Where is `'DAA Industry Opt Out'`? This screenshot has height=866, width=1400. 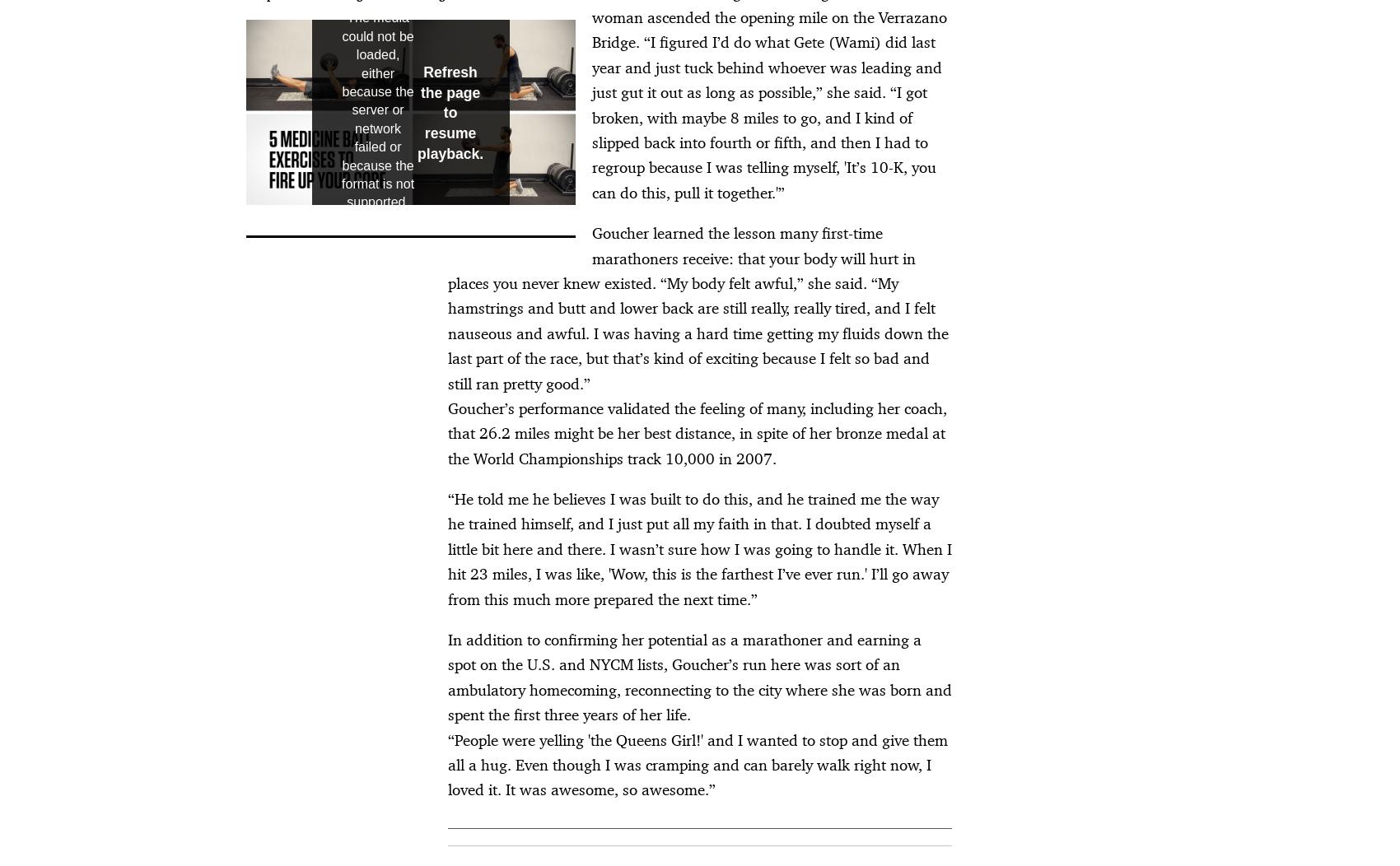
'DAA Industry Opt Out' is located at coordinates (744, 737).